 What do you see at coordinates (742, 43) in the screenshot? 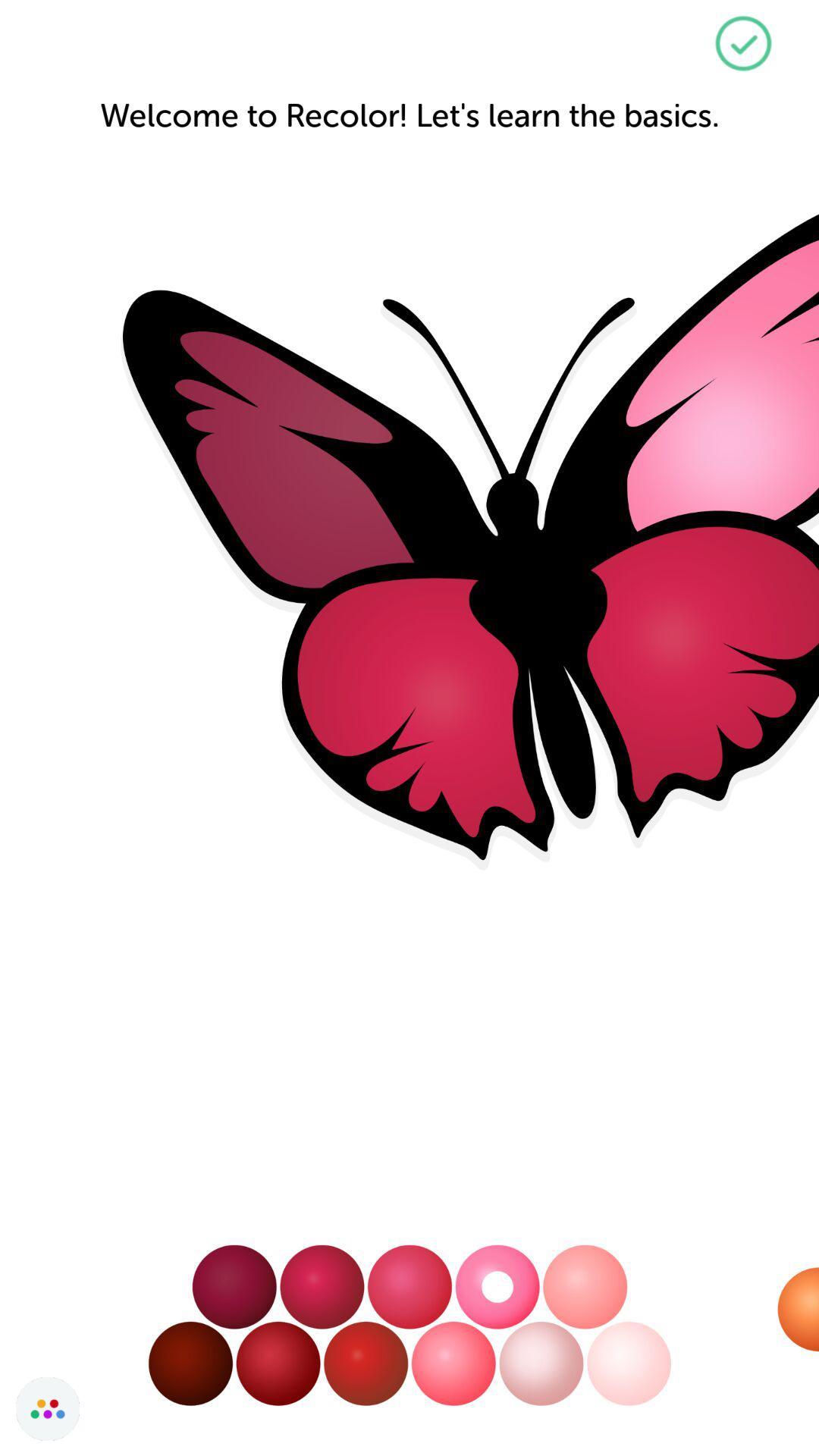
I see `the check icon` at bounding box center [742, 43].